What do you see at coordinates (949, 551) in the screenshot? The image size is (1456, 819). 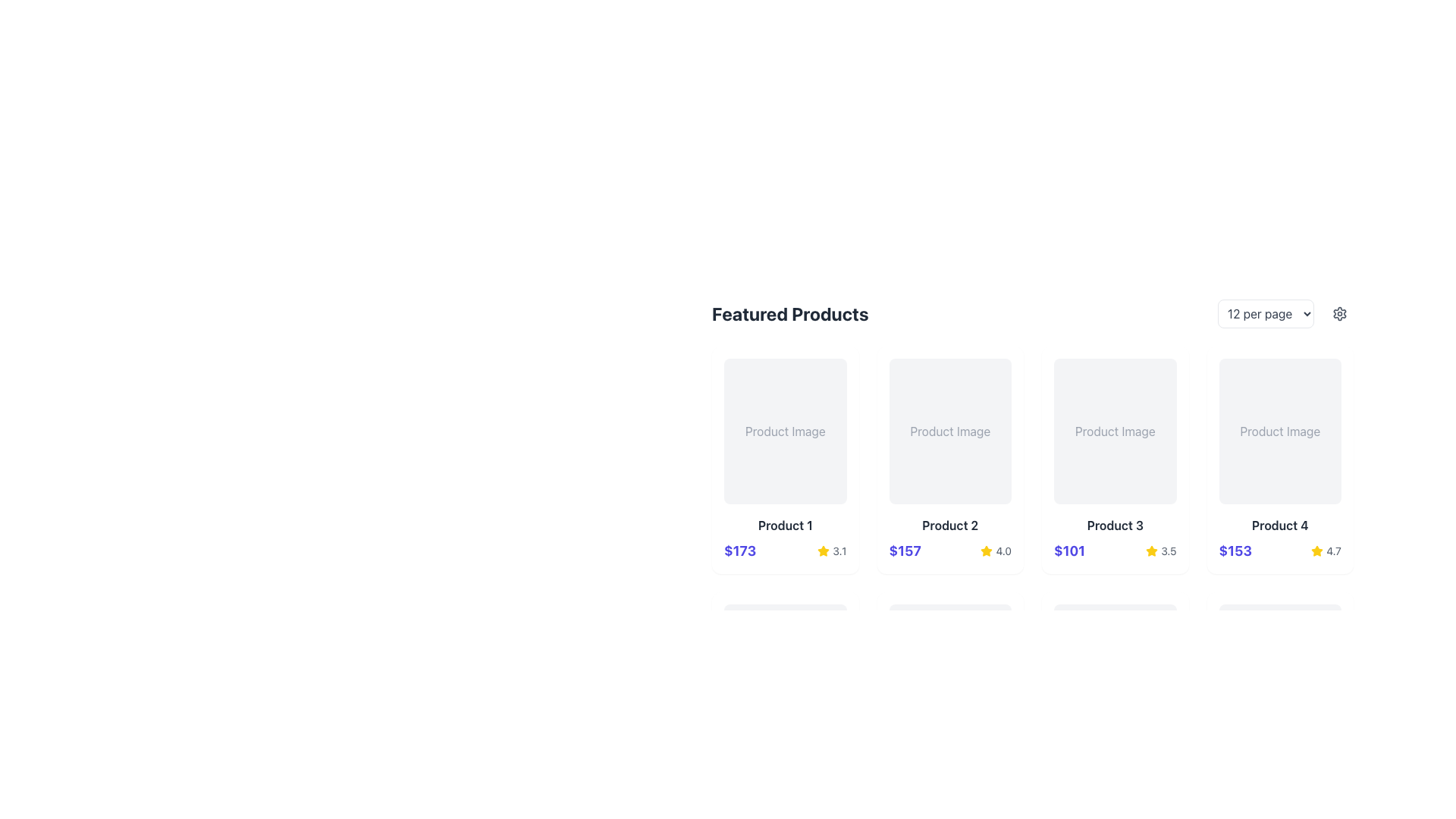 I see `the monetary value and rating information displayed in bold indigo text accompanied by a star icon within the 'Product 2' card, located below the product title` at bounding box center [949, 551].